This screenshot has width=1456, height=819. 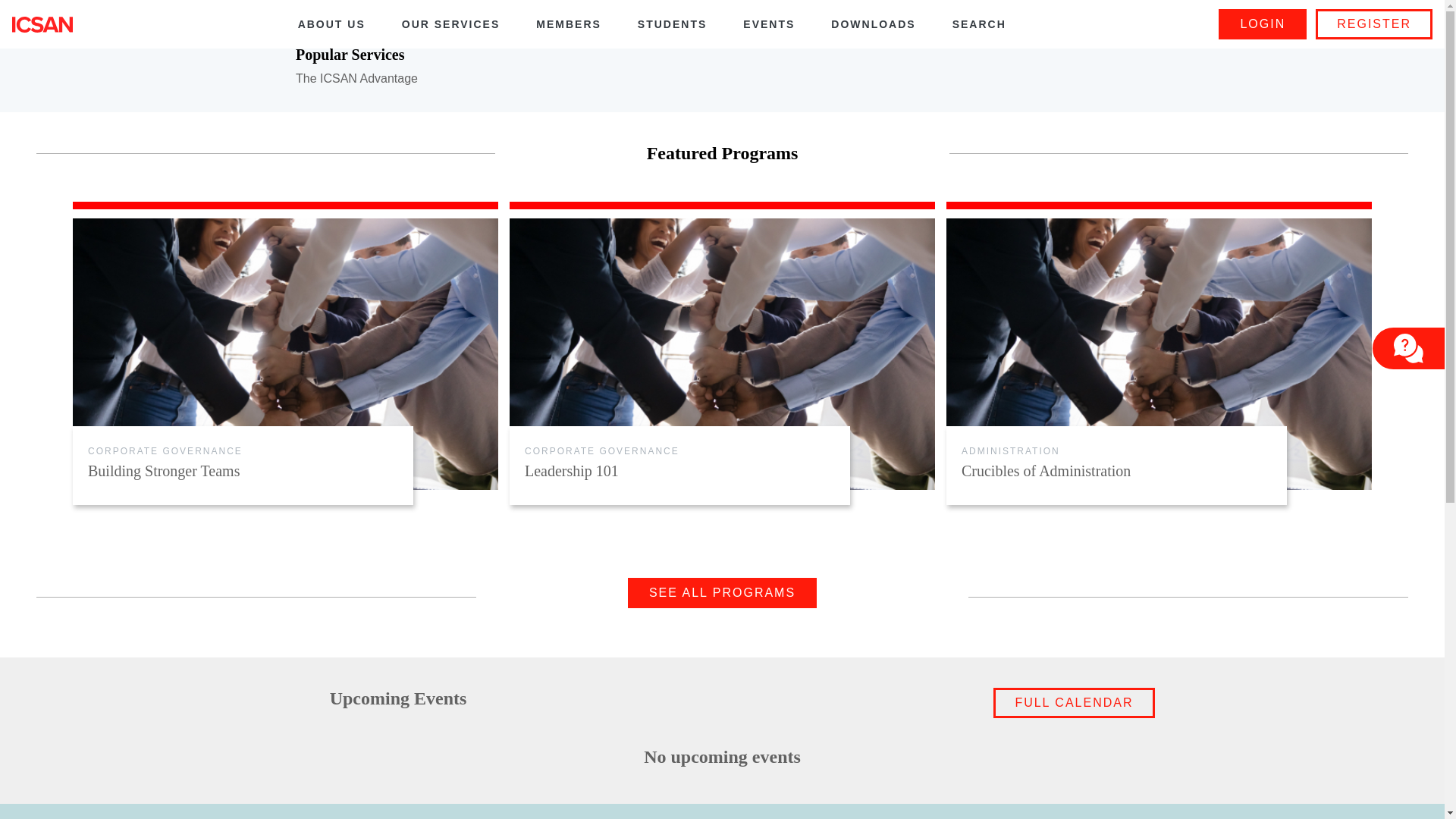 I want to click on 'SEARCH', so click(x=979, y=24).